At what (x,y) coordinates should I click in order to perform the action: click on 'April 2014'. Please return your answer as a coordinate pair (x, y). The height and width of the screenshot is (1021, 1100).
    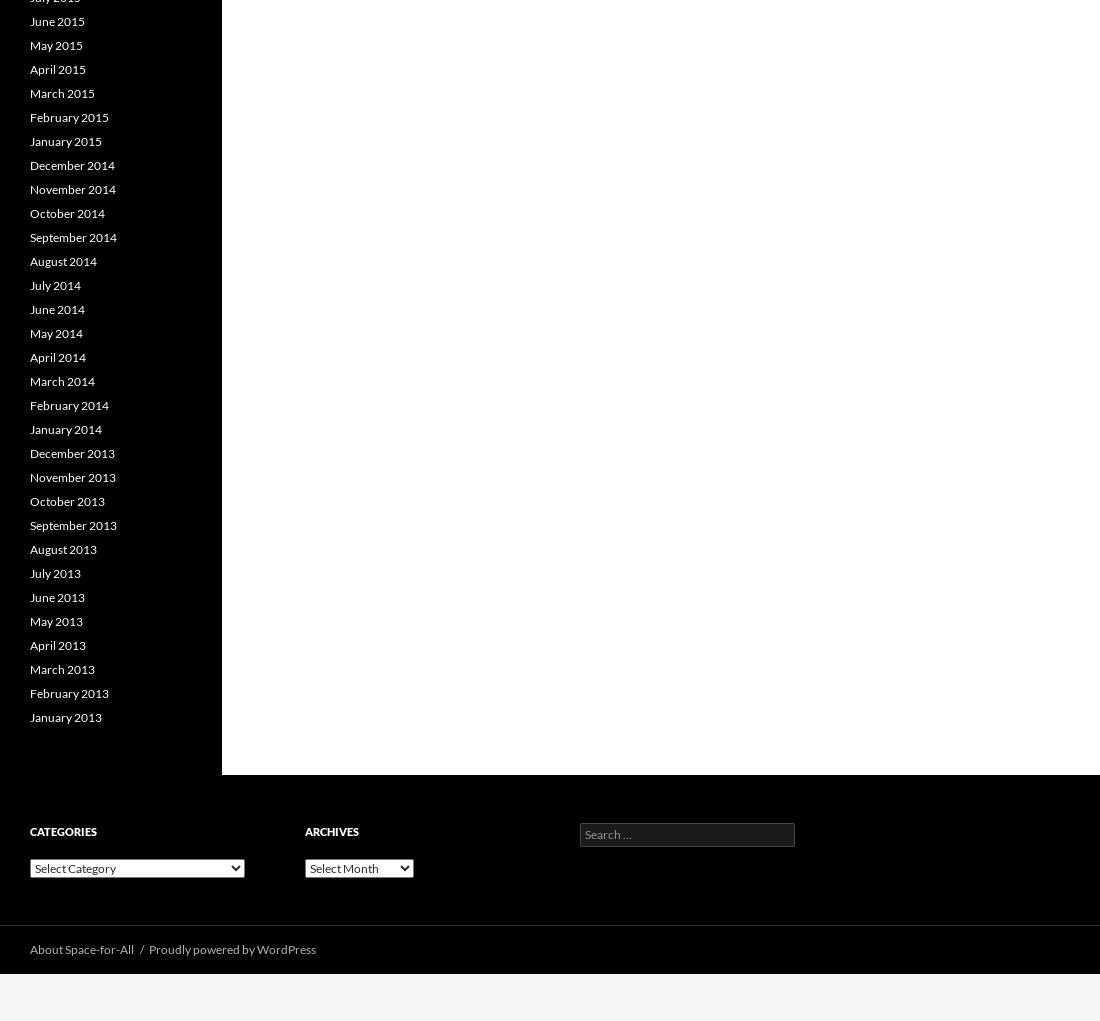
    Looking at the image, I should click on (56, 357).